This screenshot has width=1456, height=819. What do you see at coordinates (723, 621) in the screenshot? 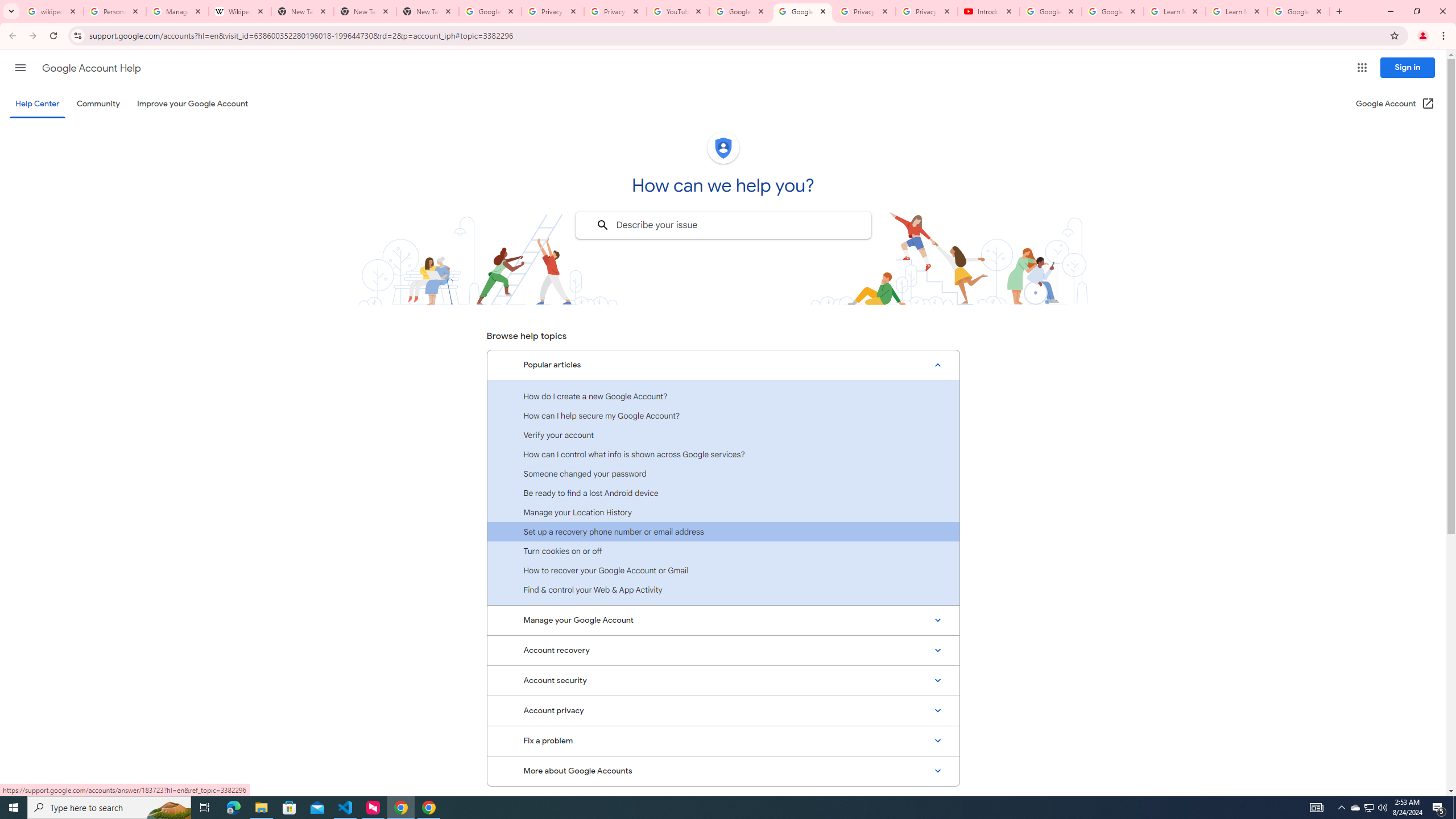
I see `'Manage your Google Account'` at bounding box center [723, 621].